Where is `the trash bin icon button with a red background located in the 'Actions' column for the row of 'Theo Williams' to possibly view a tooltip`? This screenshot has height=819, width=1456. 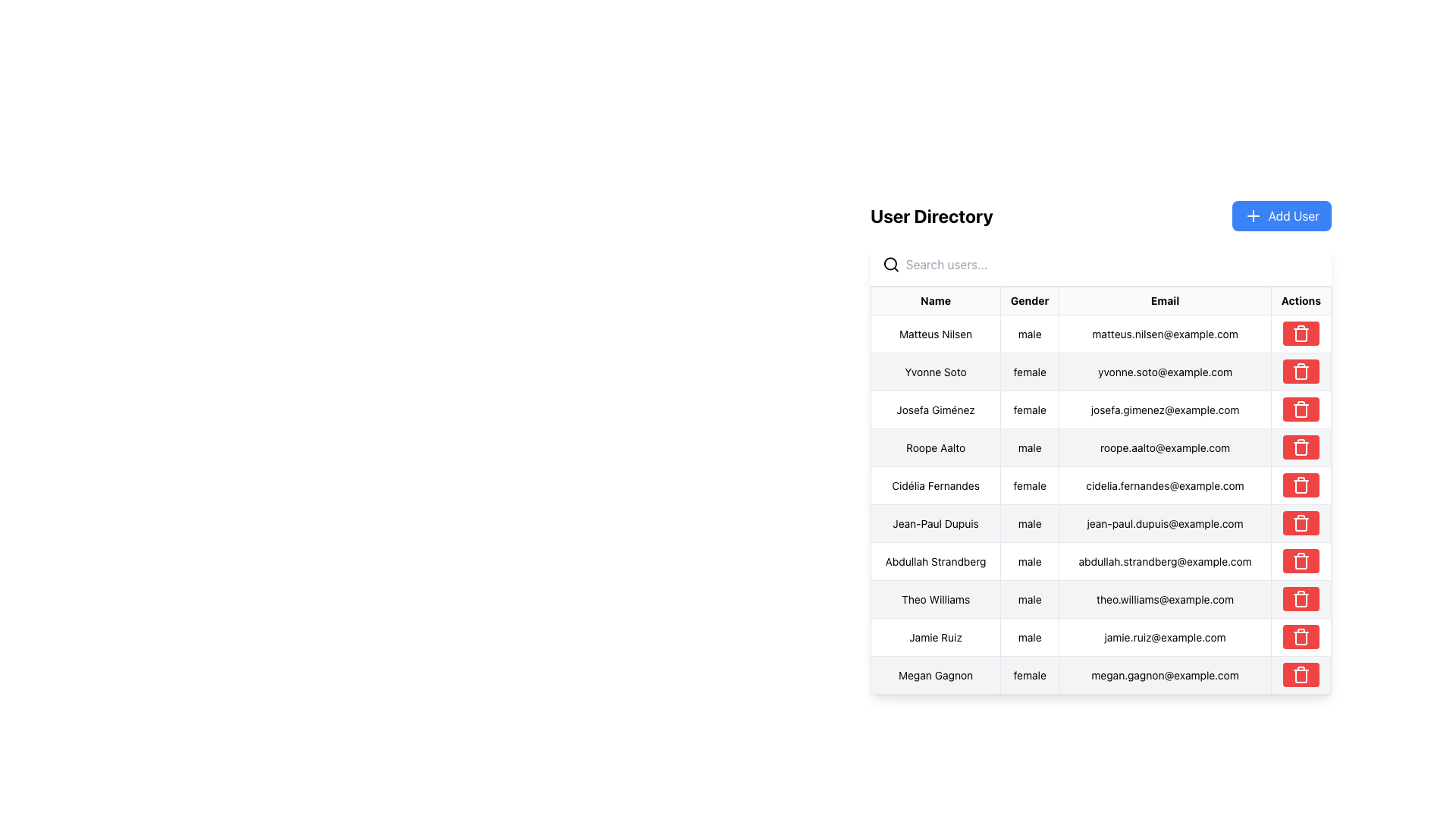
the trash bin icon button with a red background located in the 'Actions' column for the row of 'Theo Williams' to possibly view a tooltip is located at coordinates (1300, 598).